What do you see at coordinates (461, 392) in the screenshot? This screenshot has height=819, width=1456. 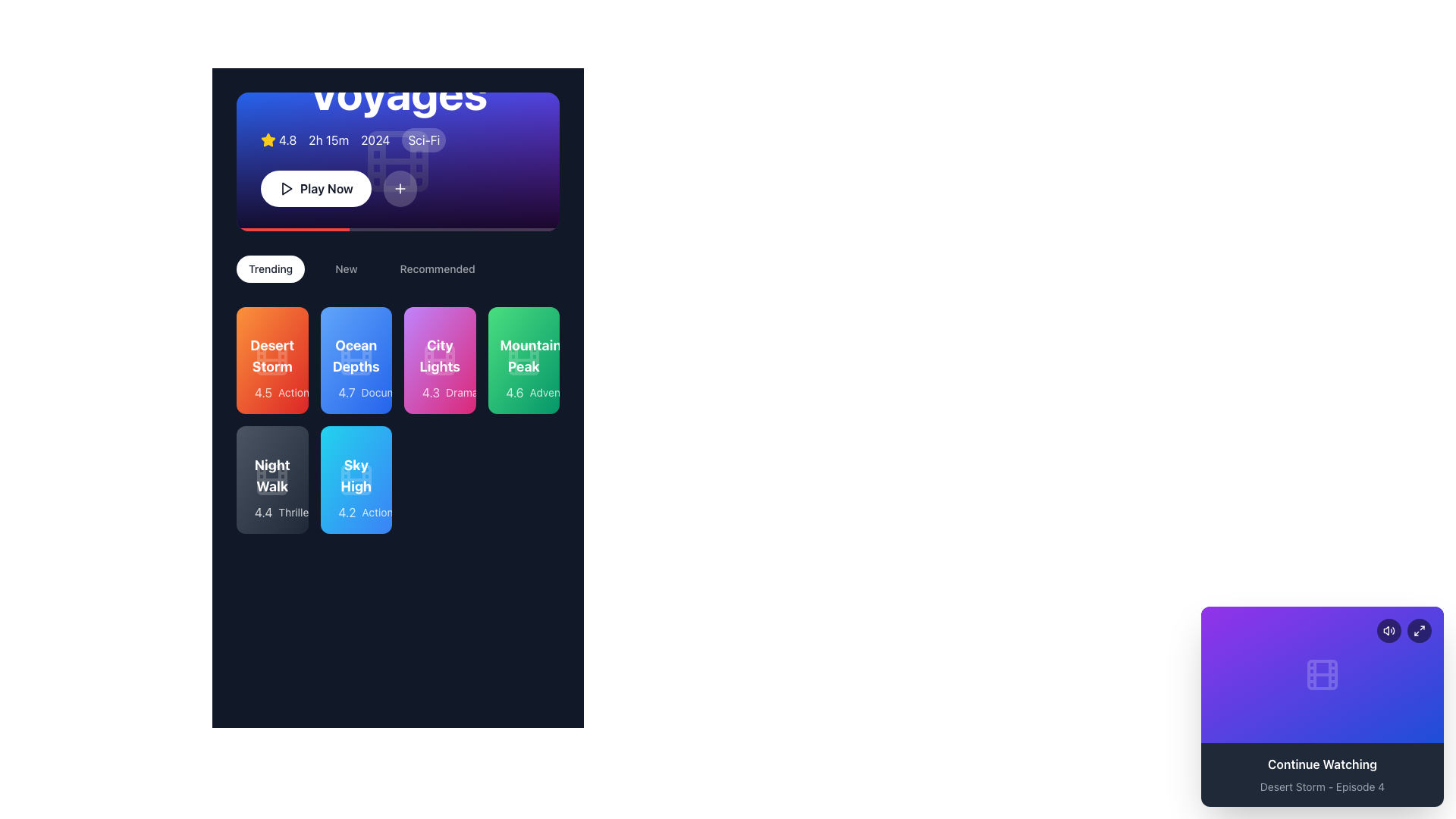 I see `text content of the static label displaying the genre 'Drama' for the movie 'City Lights', located in the bottom-right portion of the movie card` at bounding box center [461, 392].